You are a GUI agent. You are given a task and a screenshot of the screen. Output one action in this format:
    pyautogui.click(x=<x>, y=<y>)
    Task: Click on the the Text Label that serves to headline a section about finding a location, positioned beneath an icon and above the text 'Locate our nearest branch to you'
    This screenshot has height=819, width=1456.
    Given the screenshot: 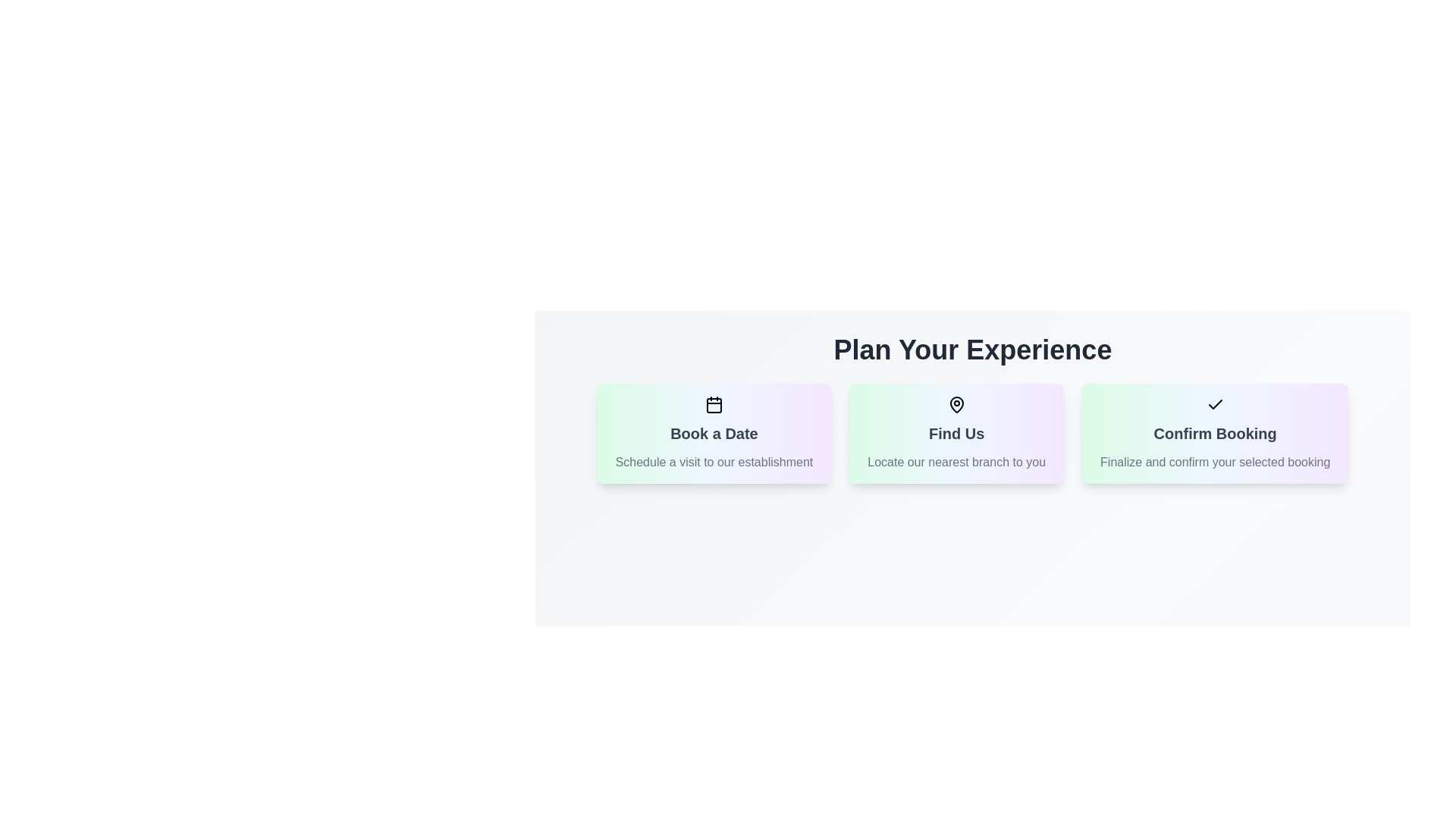 What is the action you would take?
    pyautogui.click(x=955, y=433)
    